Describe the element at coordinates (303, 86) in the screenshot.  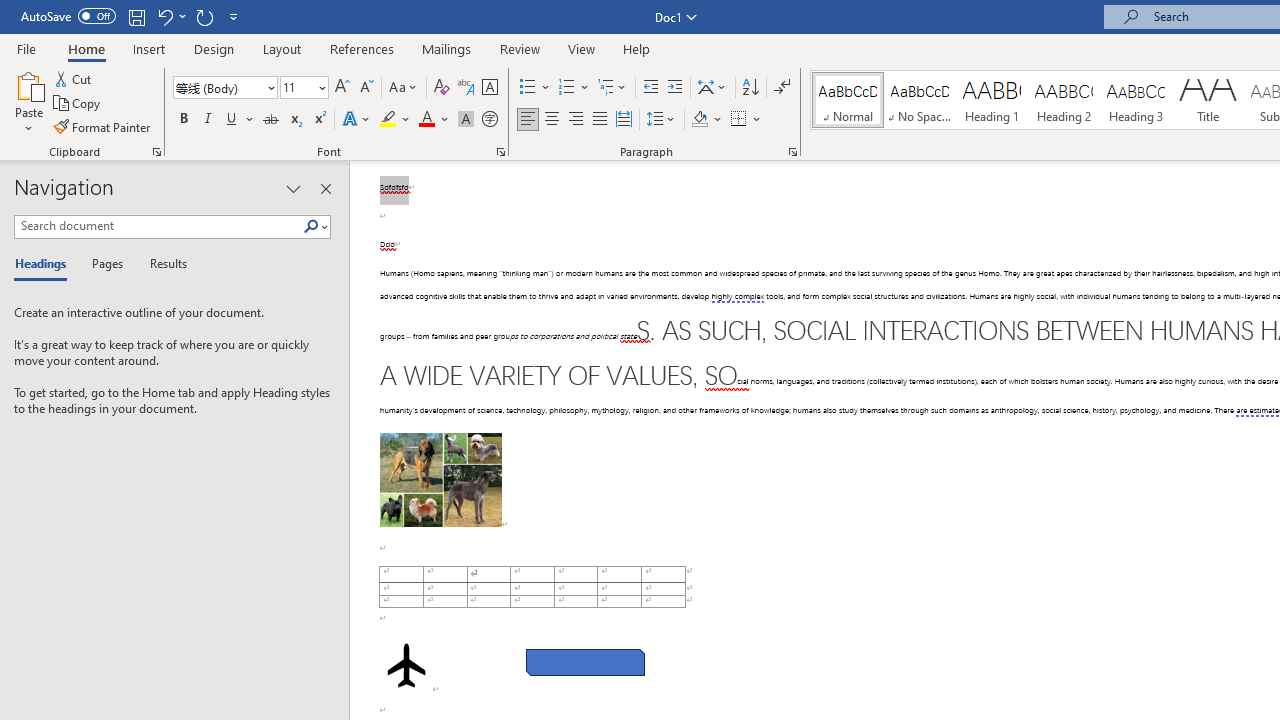
I see `'Font Size'` at that location.